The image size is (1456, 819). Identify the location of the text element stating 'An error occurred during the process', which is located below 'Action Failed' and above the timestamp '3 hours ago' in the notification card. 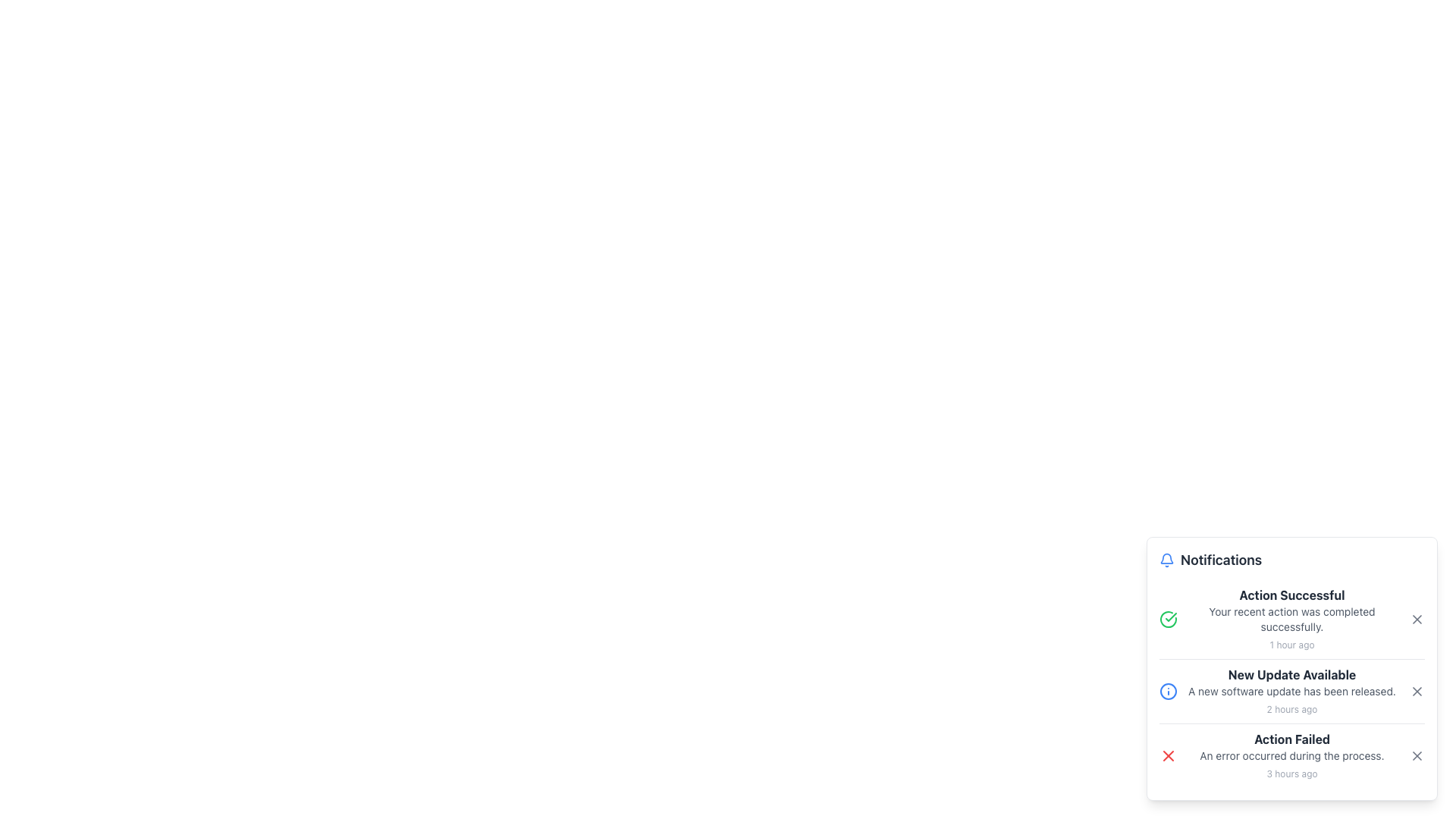
(1291, 755).